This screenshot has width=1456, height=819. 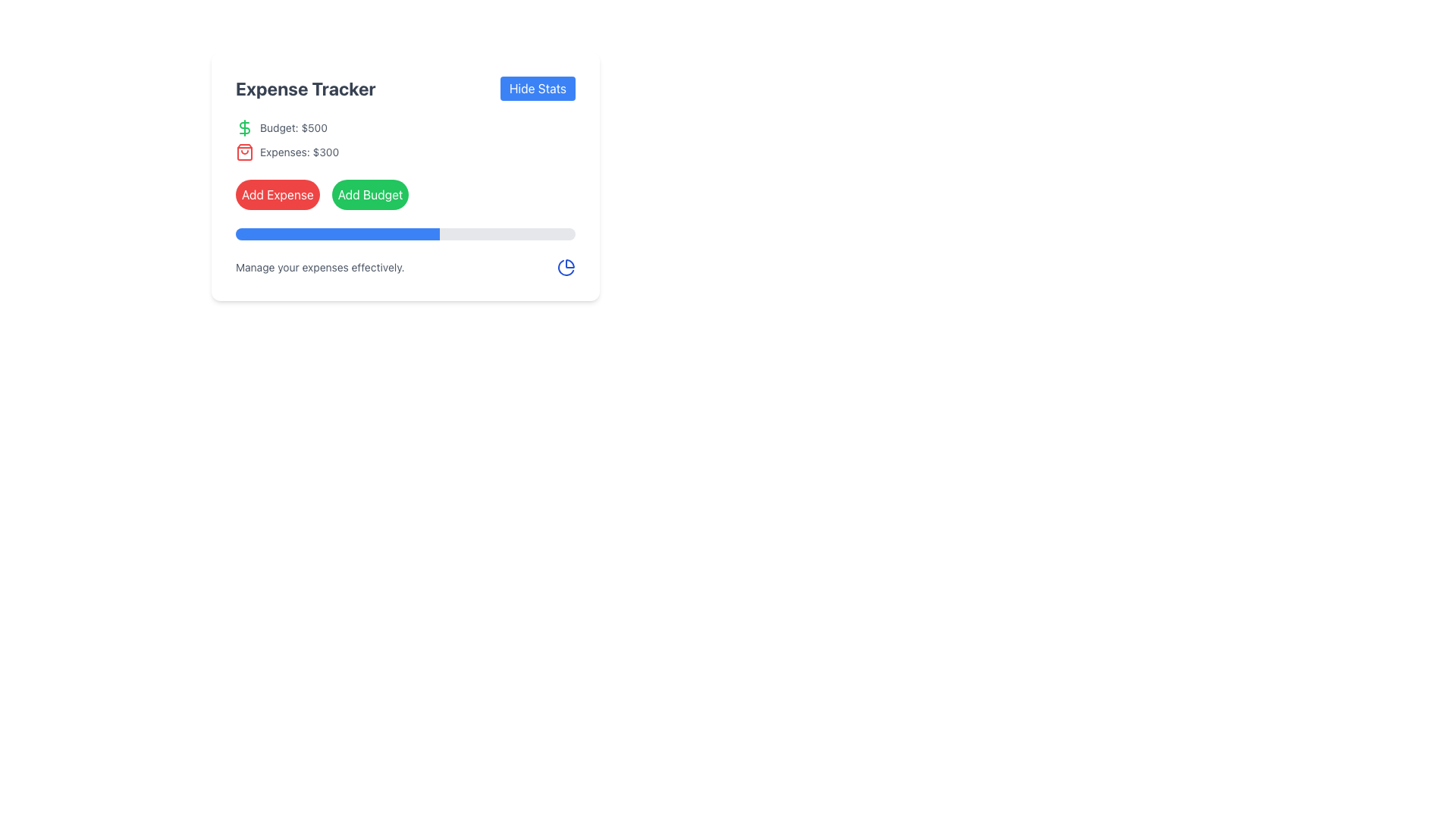 I want to click on text from the informational label located below the progress bar and above the pie-chart icon, so click(x=319, y=267).